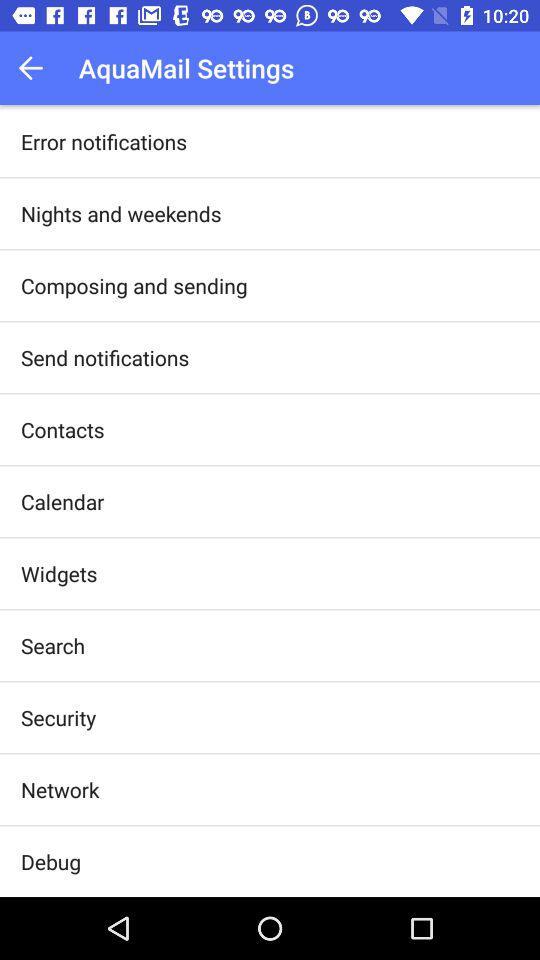  I want to click on the debug item, so click(50, 860).